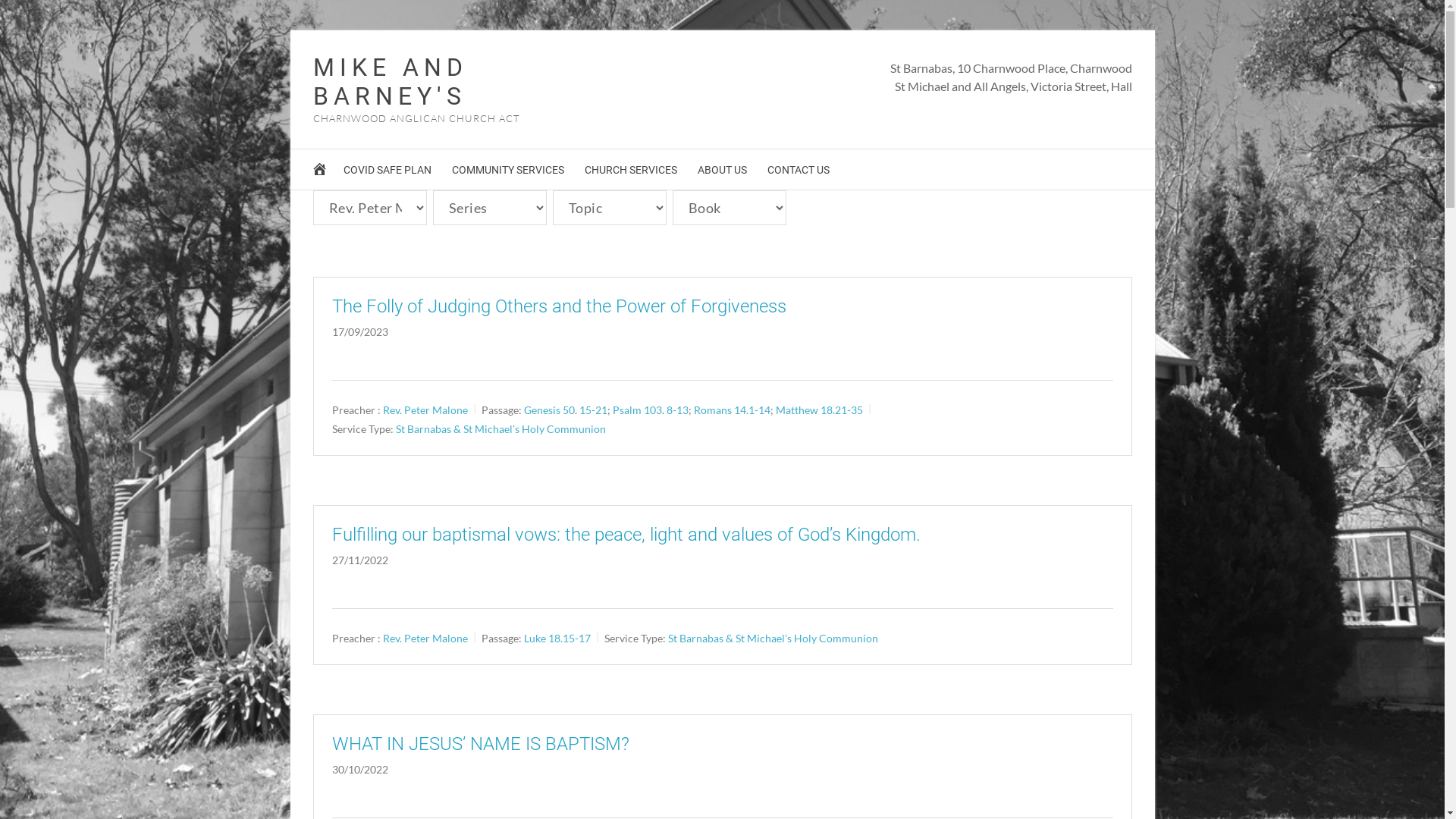 This screenshot has height=819, width=1456. I want to click on 'Genesis 50', so click(548, 409).